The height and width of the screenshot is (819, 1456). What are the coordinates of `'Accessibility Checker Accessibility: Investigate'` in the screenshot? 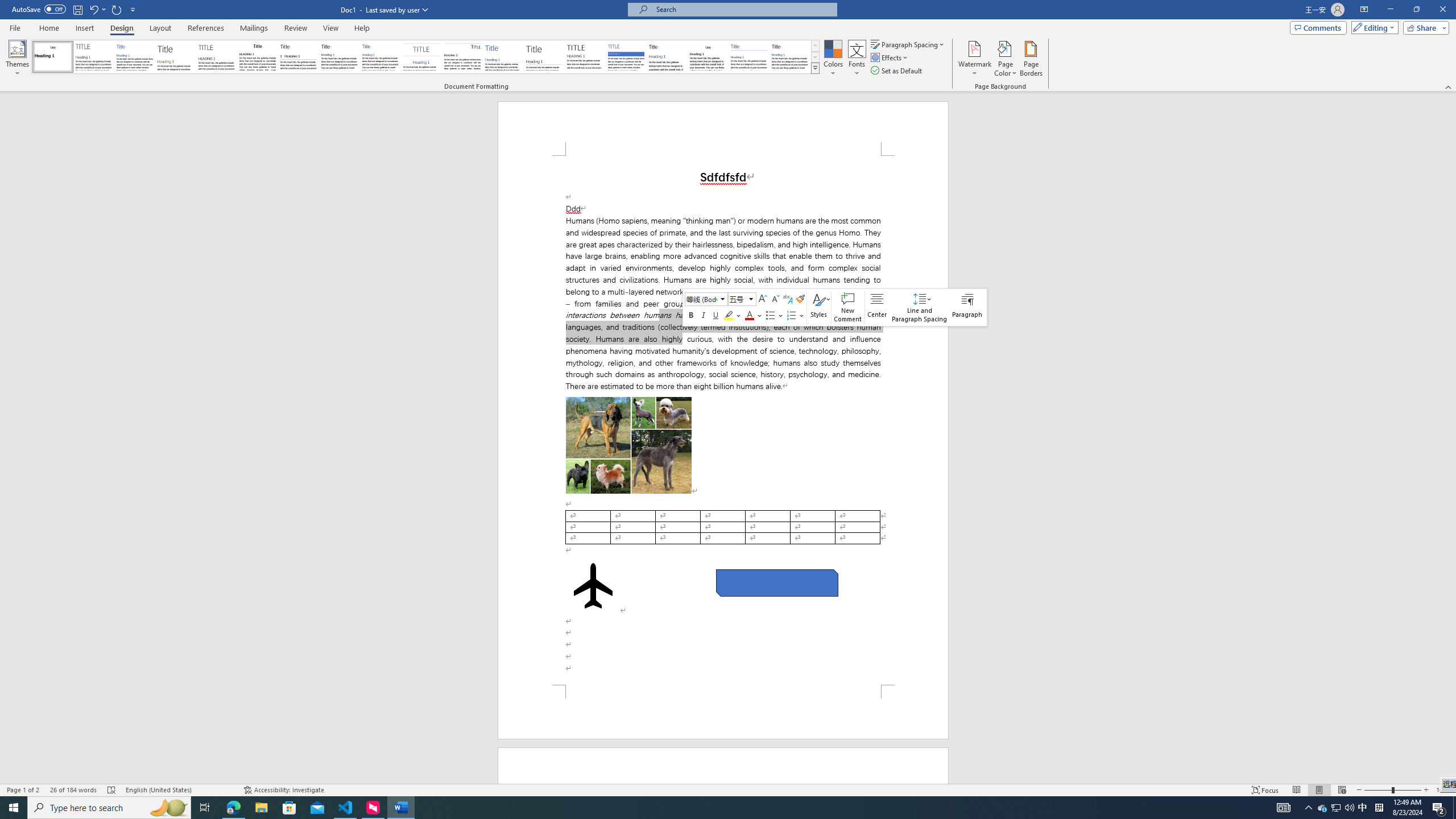 It's located at (283, 790).